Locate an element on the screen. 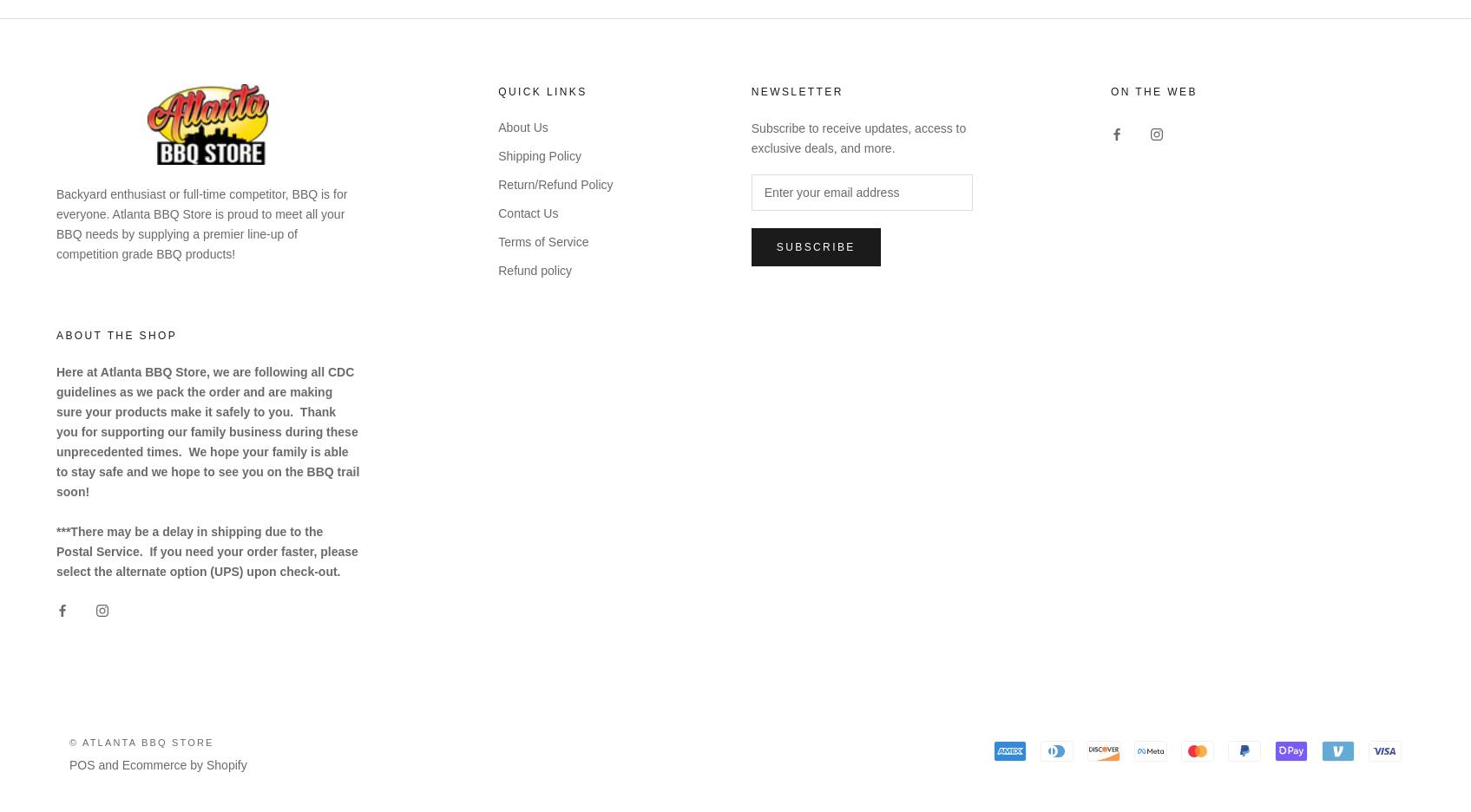 The width and height of the screenshot is (1471, 812). 'On the web' is located at coordinates (1153, 90).